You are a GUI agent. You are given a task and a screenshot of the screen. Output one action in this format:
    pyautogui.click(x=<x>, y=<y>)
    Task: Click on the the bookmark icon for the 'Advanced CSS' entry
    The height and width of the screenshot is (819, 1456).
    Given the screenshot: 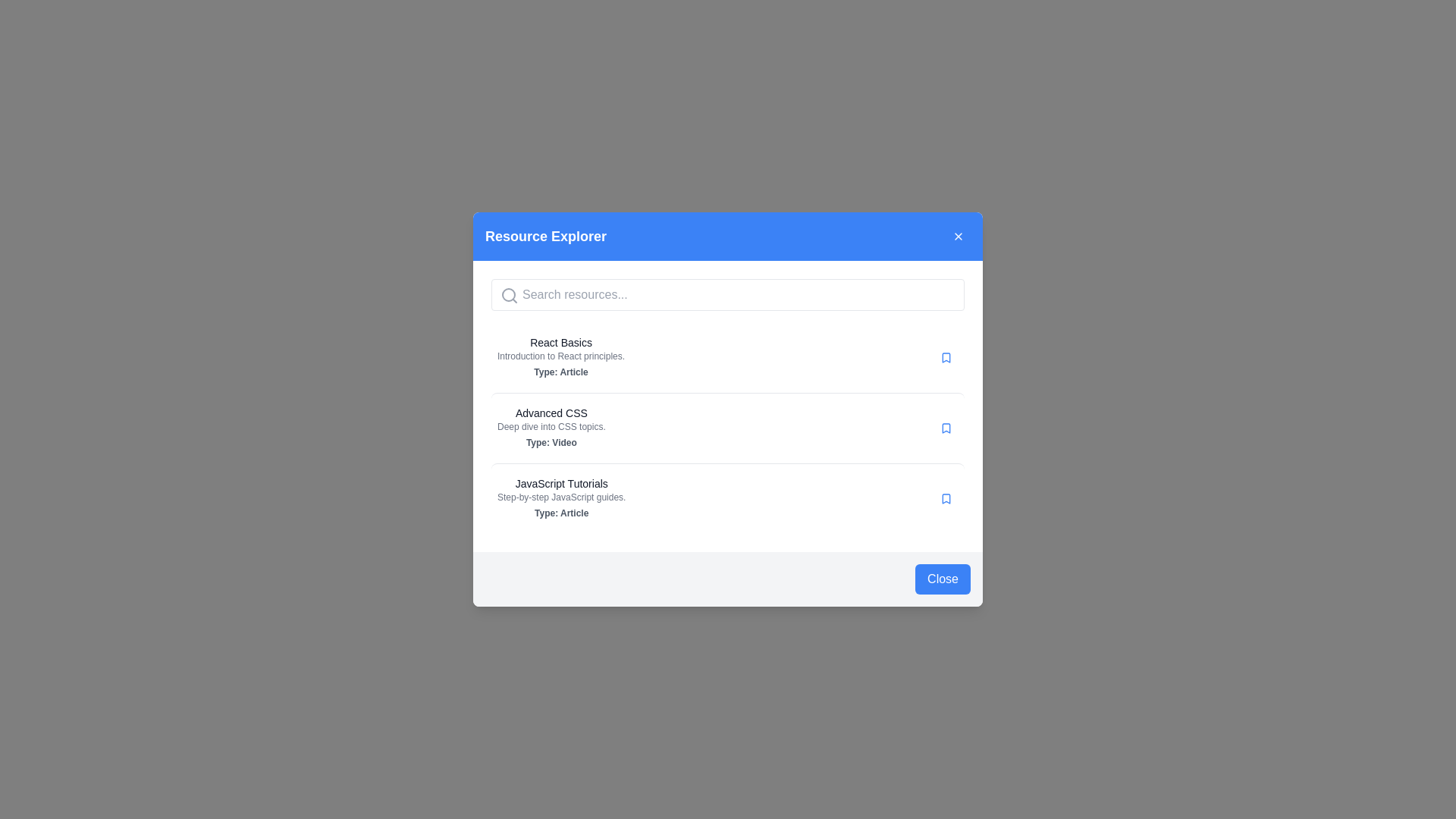 What is the action you would take?
    pyautogui.click(x=946, y=428)
    